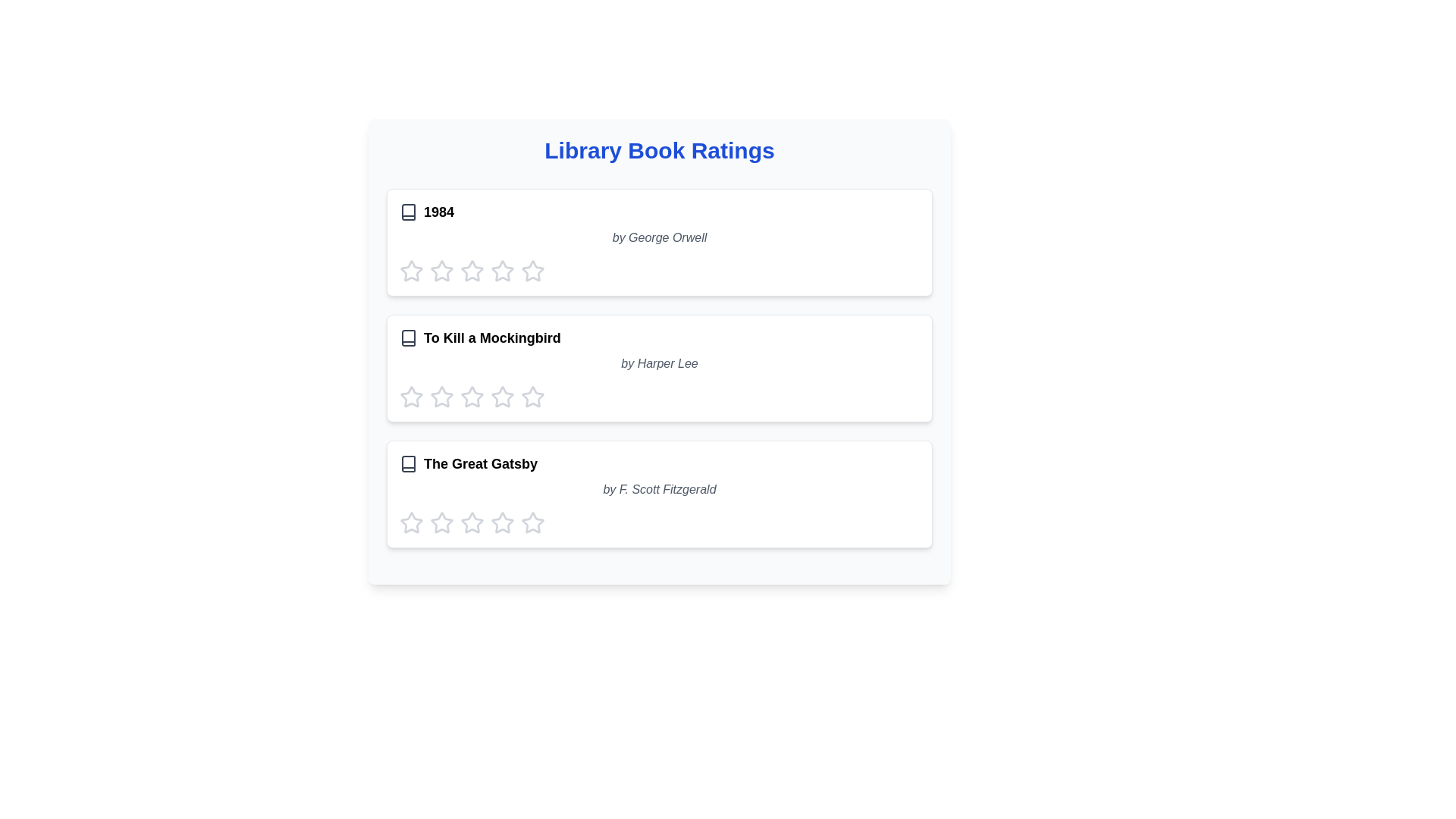  I want to click on the first star icon in the rating bar for 'To Kill a Mockingbird', so click(441, 396).